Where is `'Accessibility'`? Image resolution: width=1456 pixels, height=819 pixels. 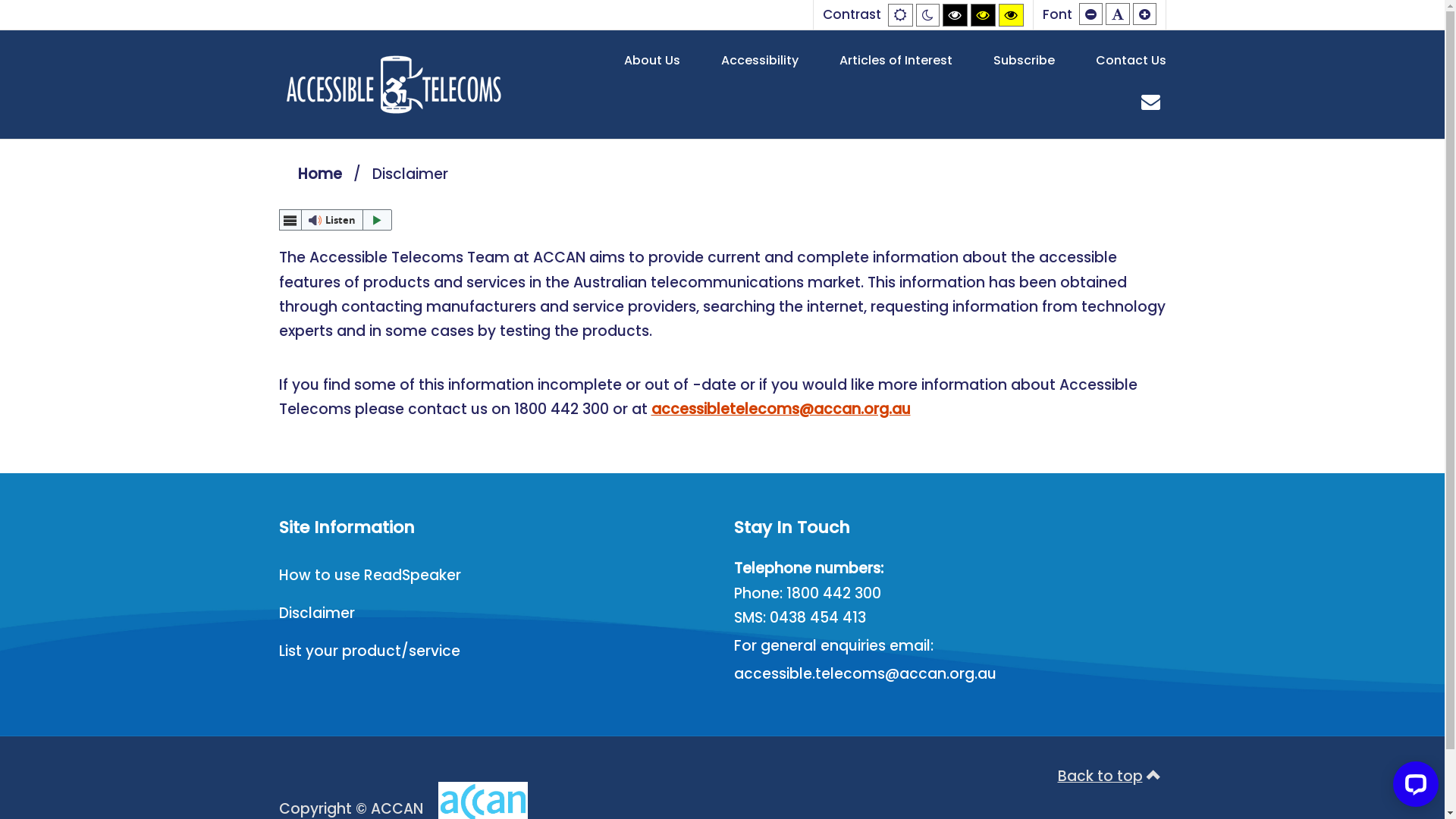
'Accessibility' is located at coordinates (759, 60).